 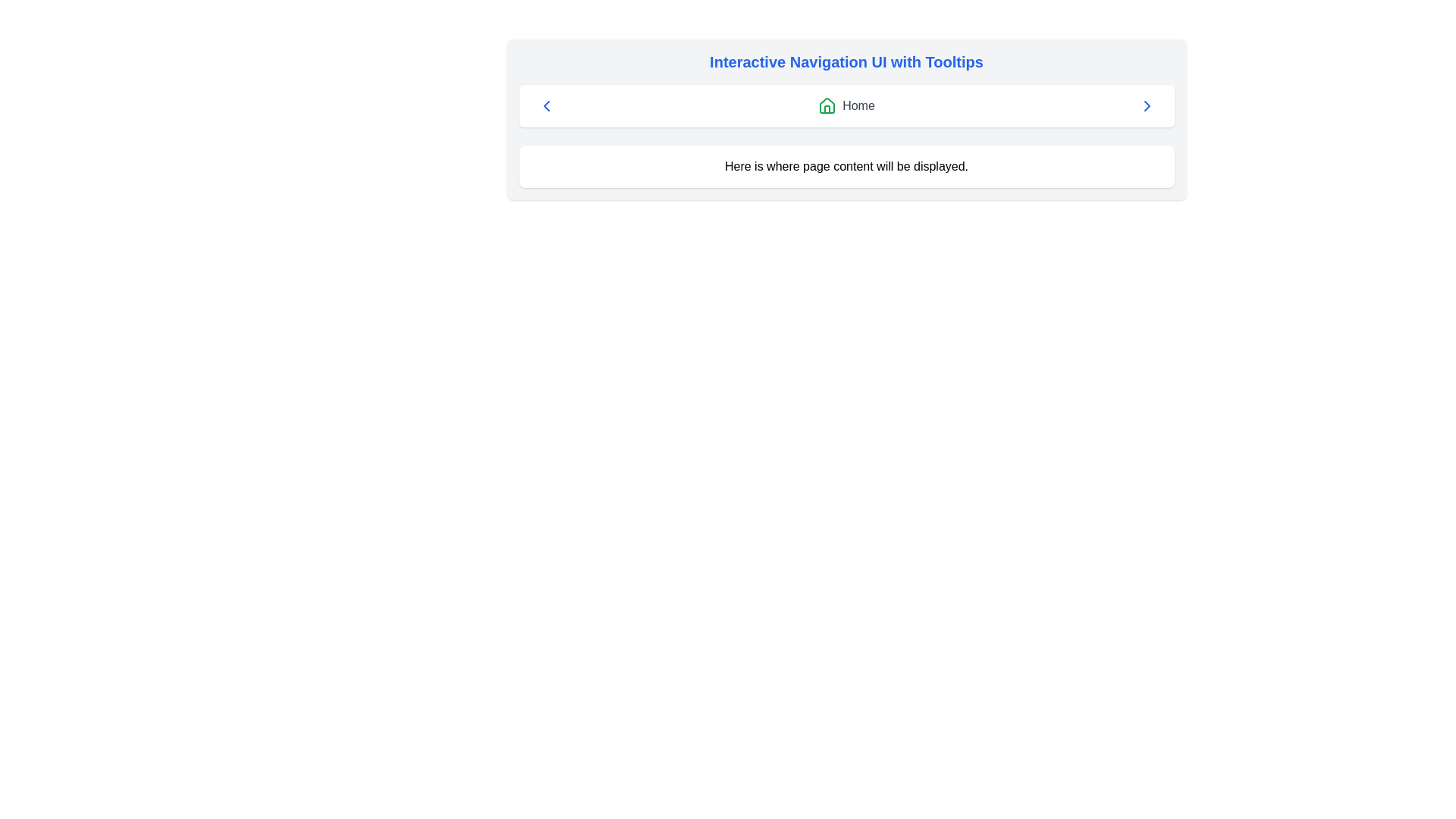 What do you see at coordinates (846, 105) in the screenshot?
I see `the 'Home' navigation item, which features a green house icon and the text 'Home' in gray` at bounding box center [846, 105].